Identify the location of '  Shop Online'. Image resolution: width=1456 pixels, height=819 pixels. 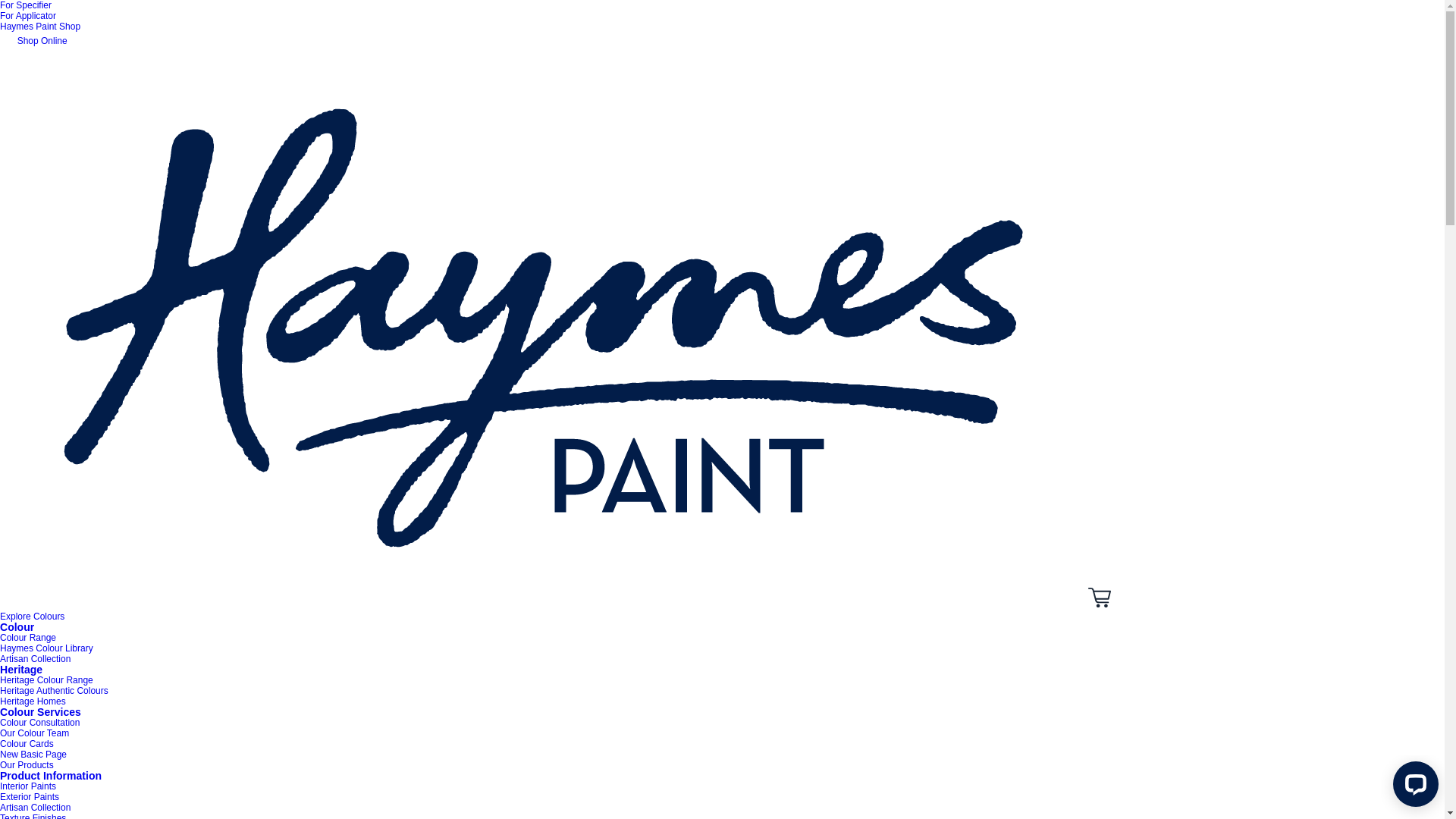
(0, 40).